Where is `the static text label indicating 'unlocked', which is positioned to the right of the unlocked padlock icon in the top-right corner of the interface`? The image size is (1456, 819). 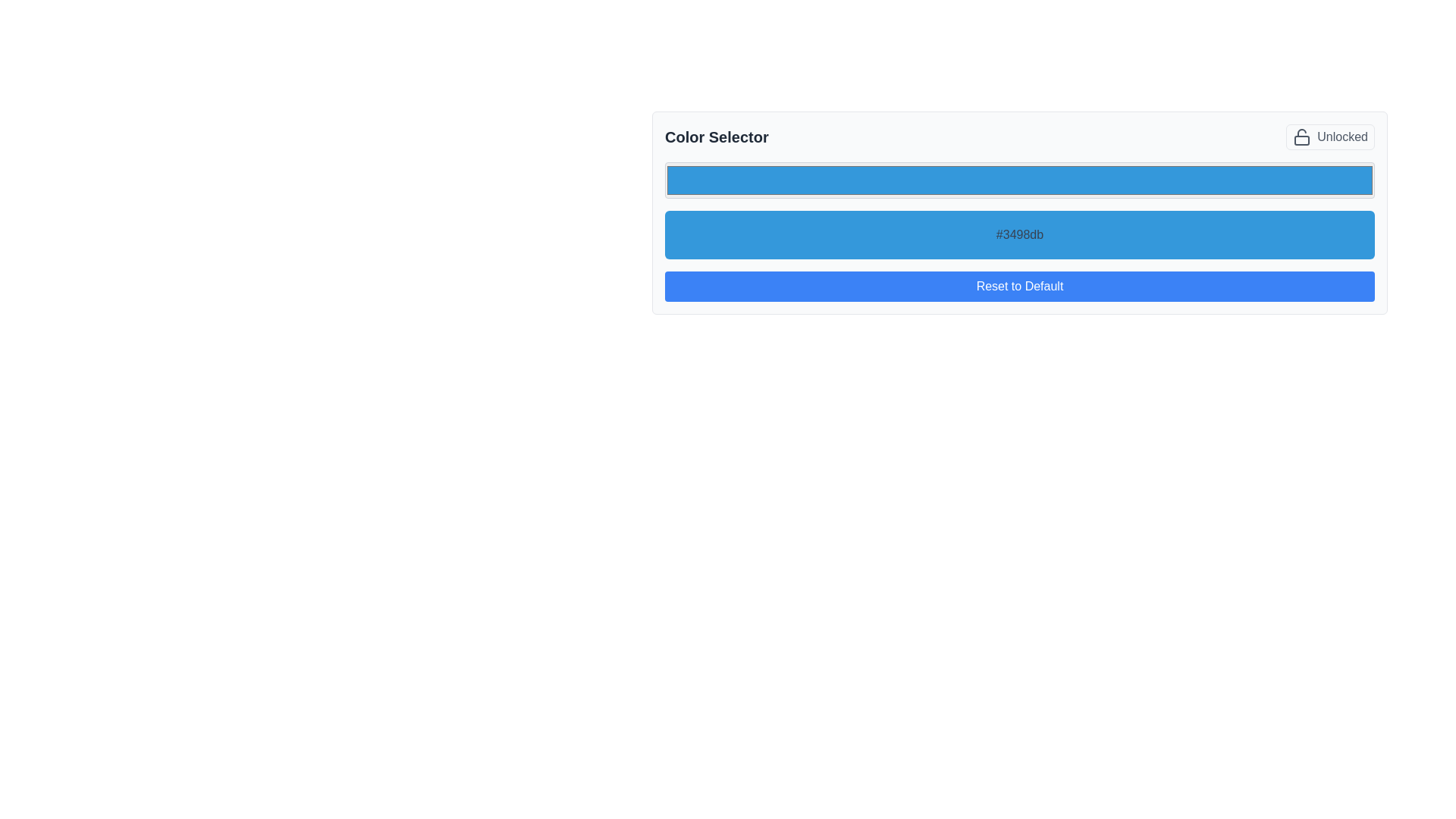 the static text label indicating 'unlocked', which is positioned to the right of the unlocked padlock icon in the top-right corner of the interface is located at coordinates (1342, 137).